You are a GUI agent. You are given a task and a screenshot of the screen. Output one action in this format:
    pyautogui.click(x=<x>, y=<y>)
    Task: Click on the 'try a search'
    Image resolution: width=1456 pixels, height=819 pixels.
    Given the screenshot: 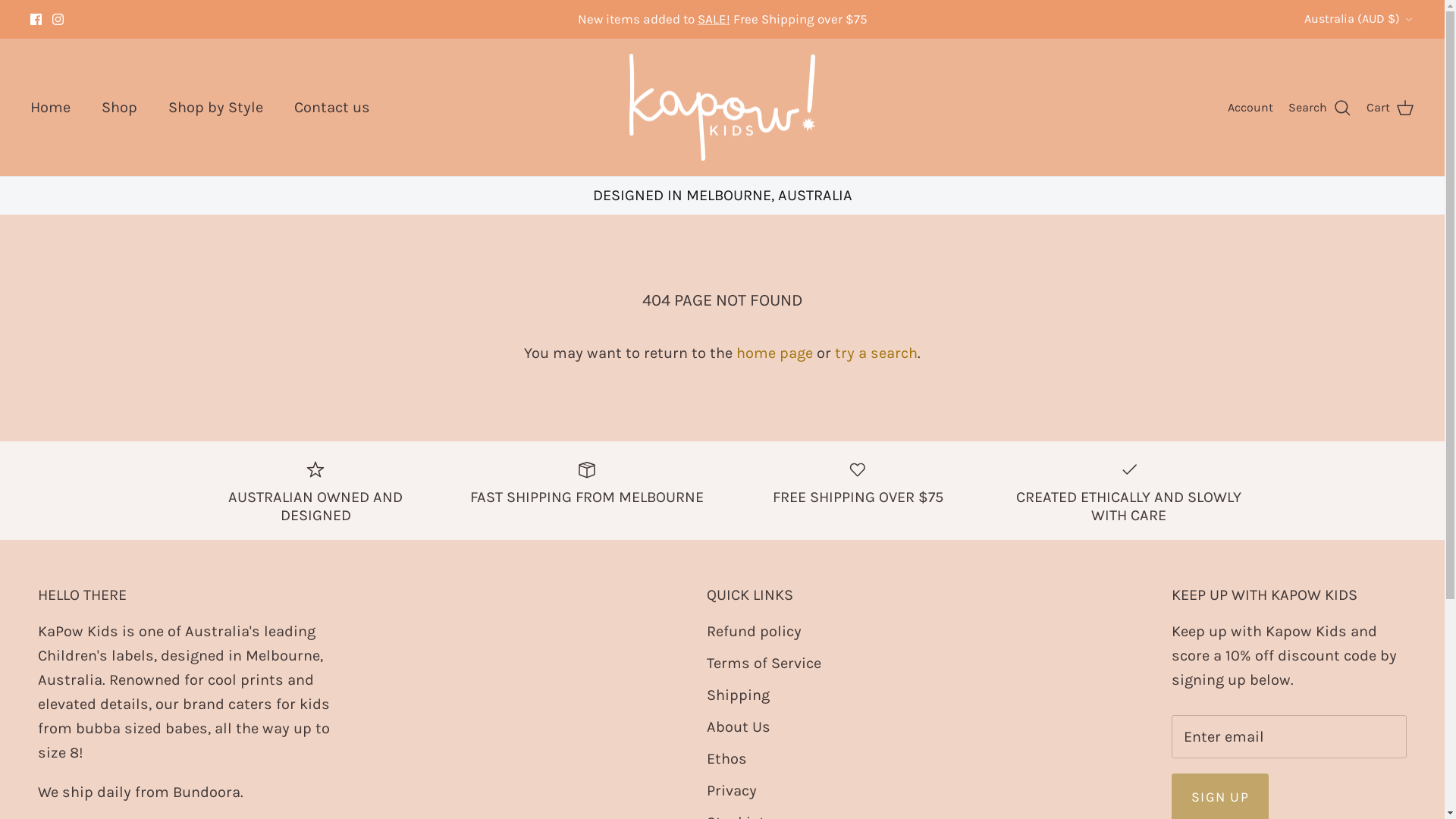 What is the action you would take?
    pyautogui.click(x=876, y=353)
    